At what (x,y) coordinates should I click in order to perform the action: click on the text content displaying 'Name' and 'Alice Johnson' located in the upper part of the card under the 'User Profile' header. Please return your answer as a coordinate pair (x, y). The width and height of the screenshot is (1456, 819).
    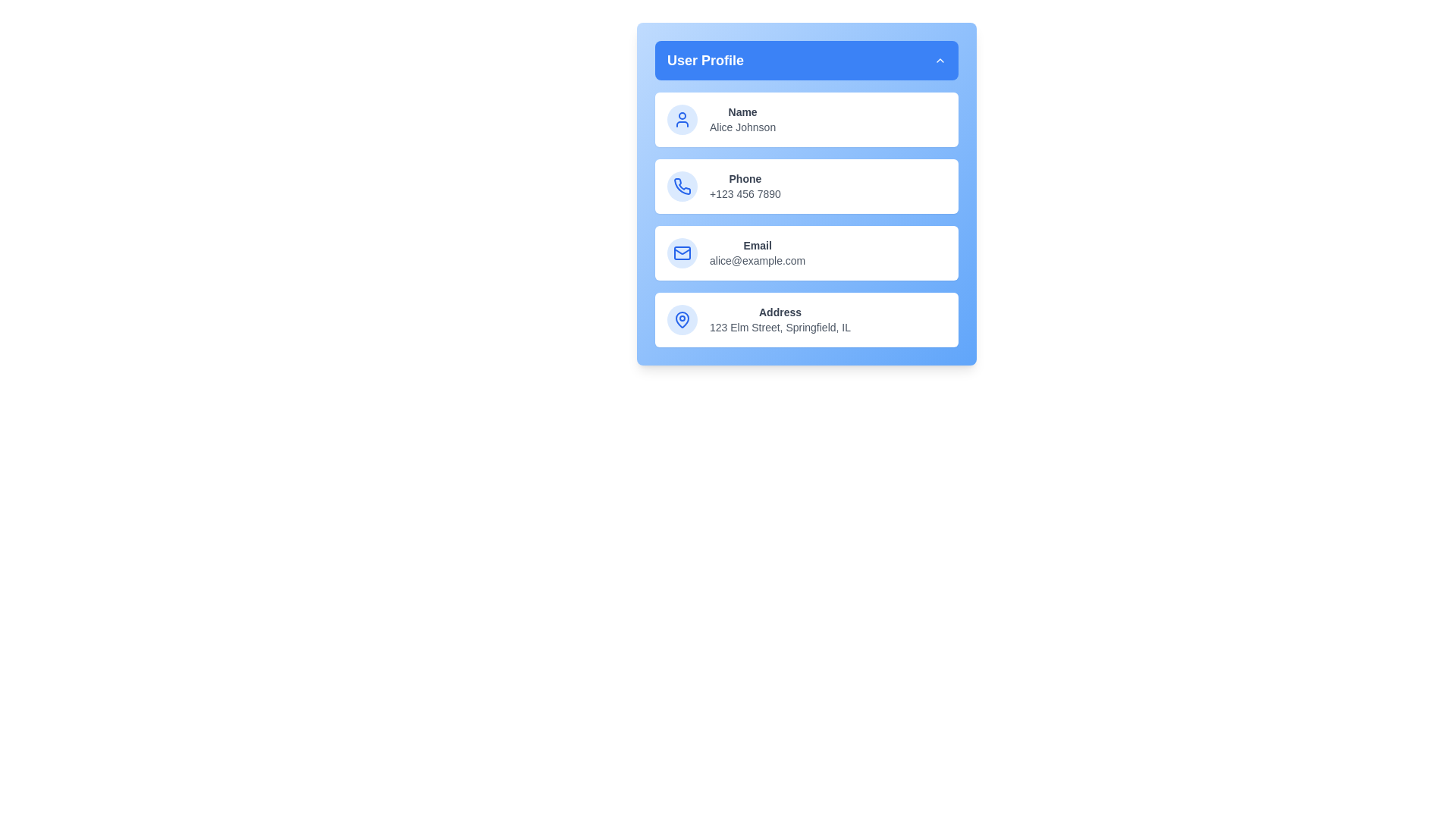
    Looking at the image, I should click on (742, 119).